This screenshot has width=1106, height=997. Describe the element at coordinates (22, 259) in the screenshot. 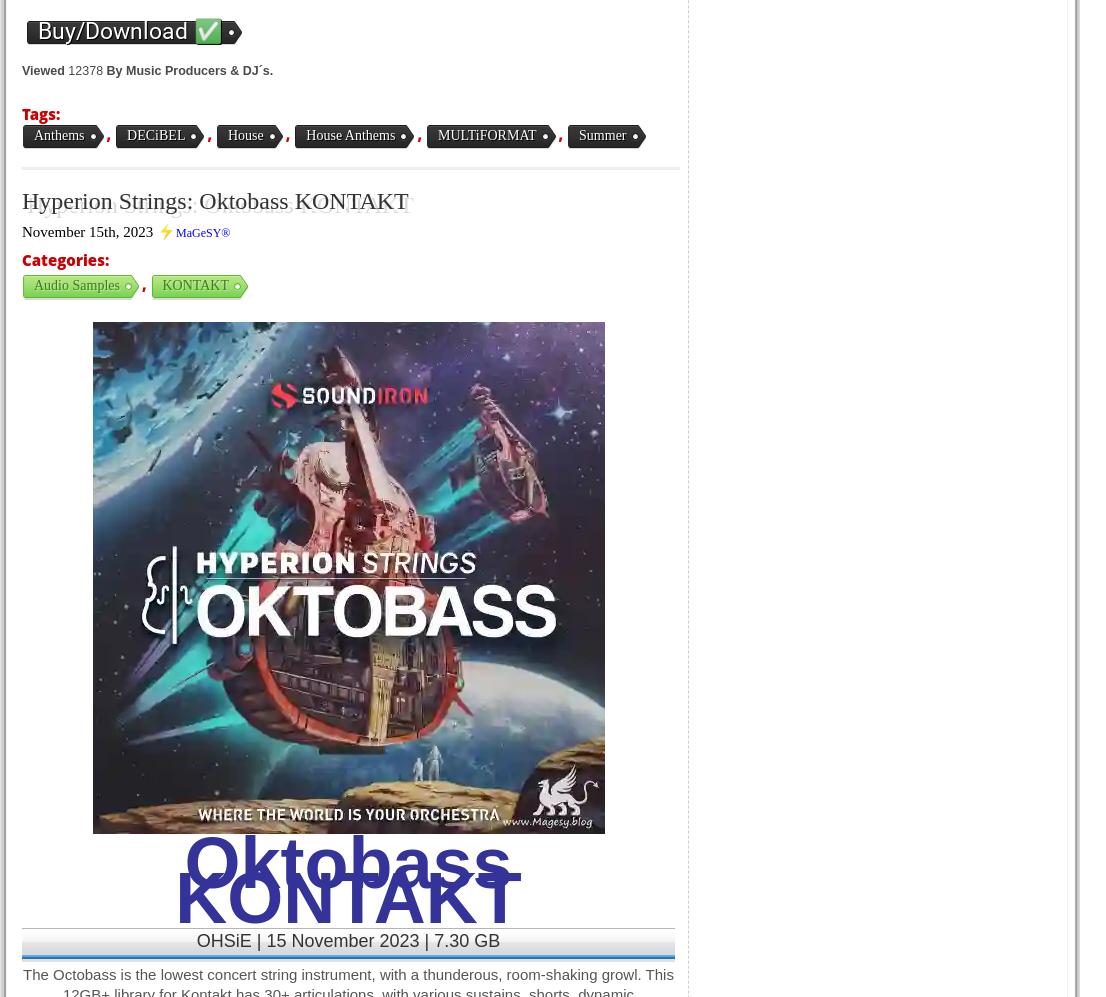

I see `'Categories:'` at that location.